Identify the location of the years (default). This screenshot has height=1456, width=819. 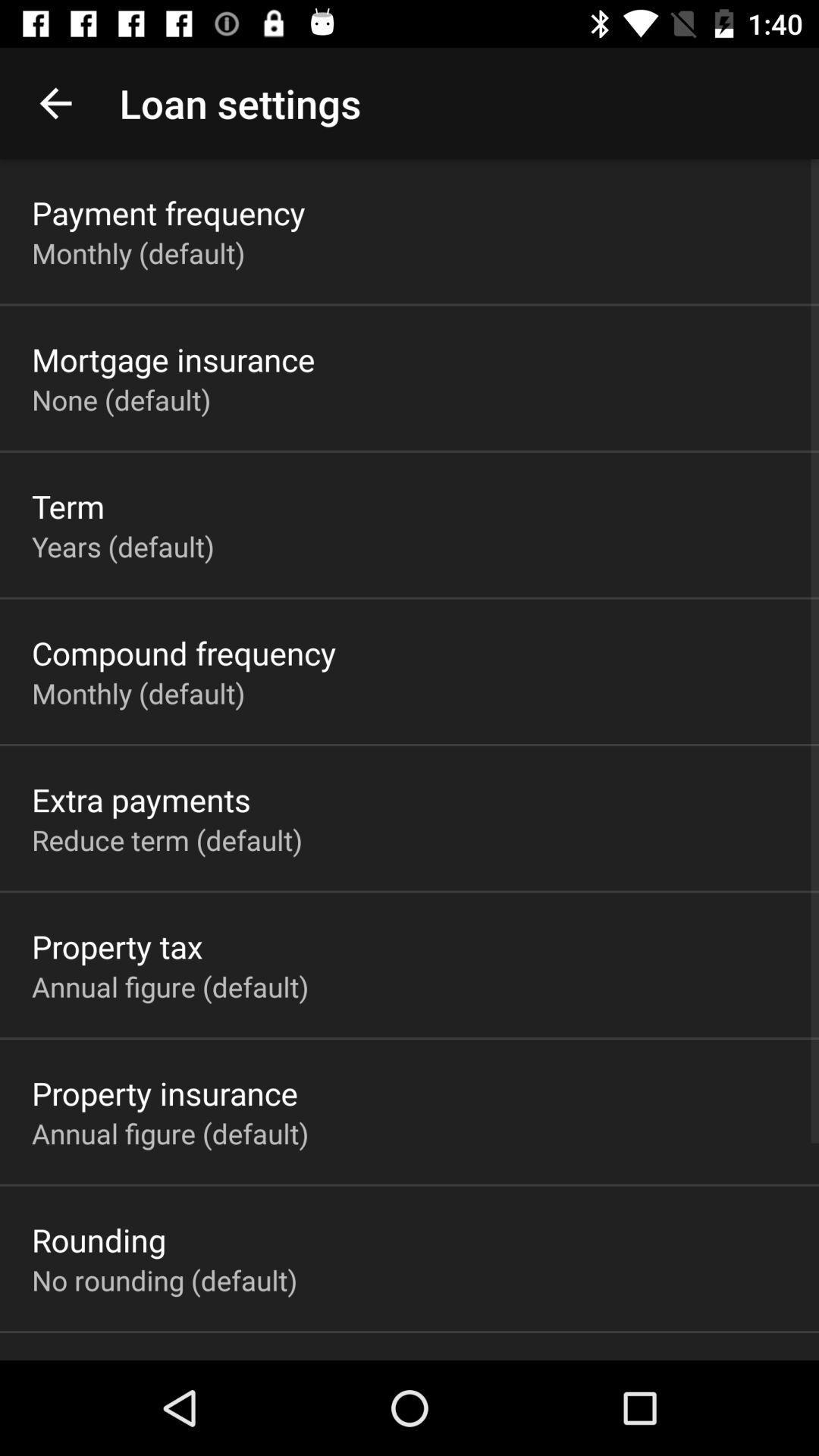
(122, 546).